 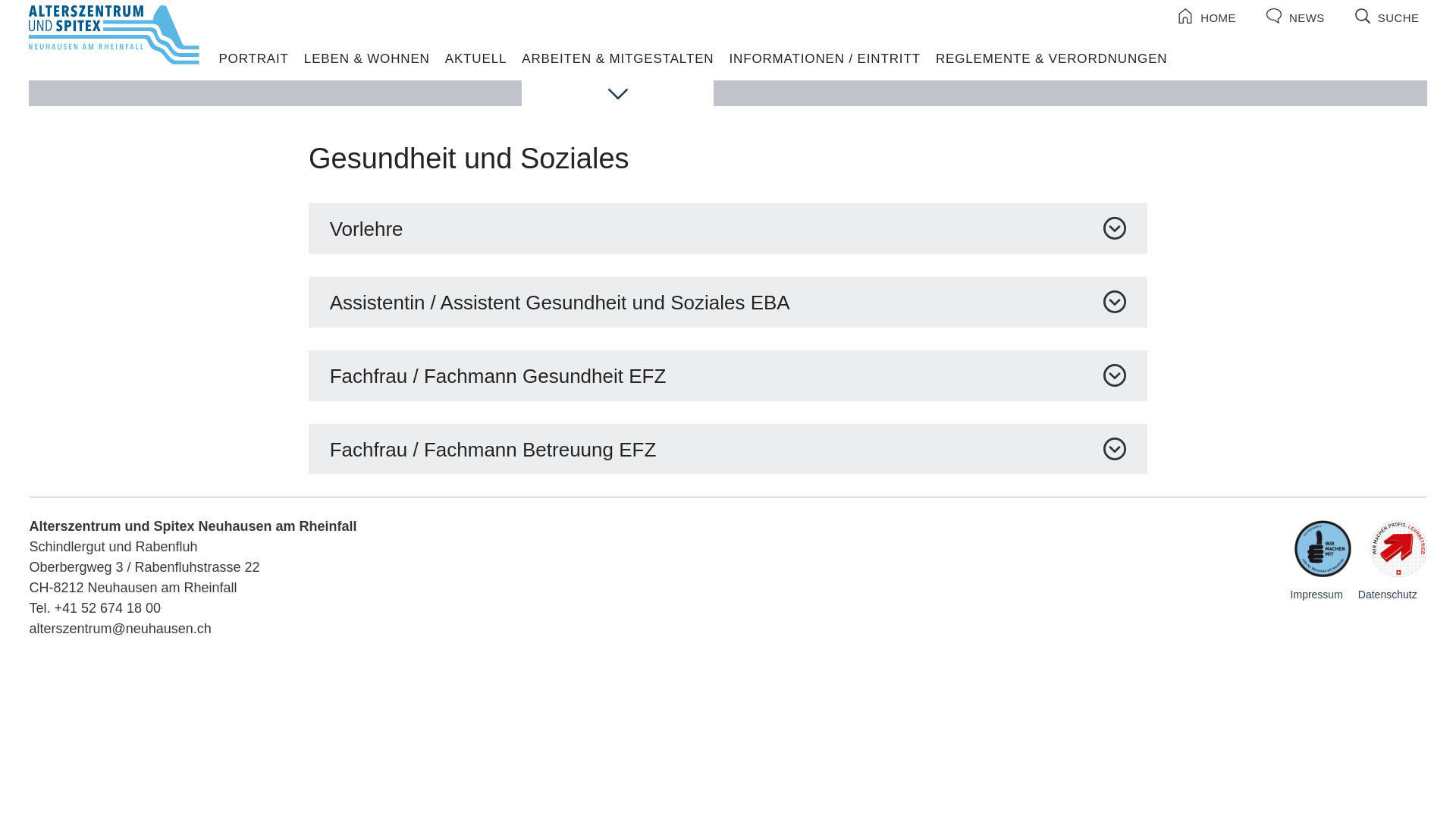 I want to click on 'SUCHE', so click(x=1354, y=15).